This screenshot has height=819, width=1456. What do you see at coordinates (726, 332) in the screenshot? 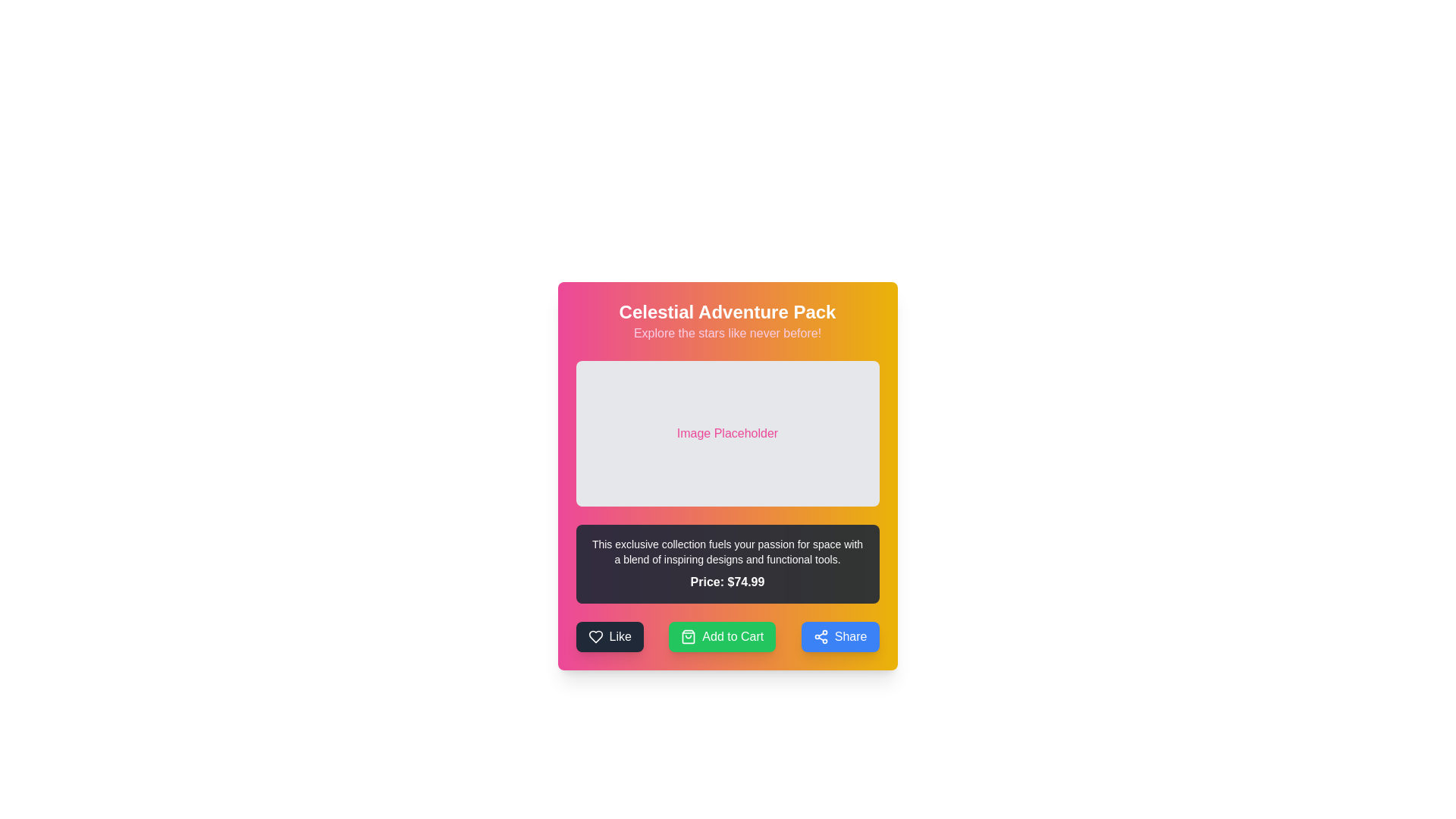
I see `the text element displaying 'Explore the stars like never before!' which is centrally aligned beneath the title 'Celestial Adventure Pack' within a visually styled card` at bounding box center [726, 332].